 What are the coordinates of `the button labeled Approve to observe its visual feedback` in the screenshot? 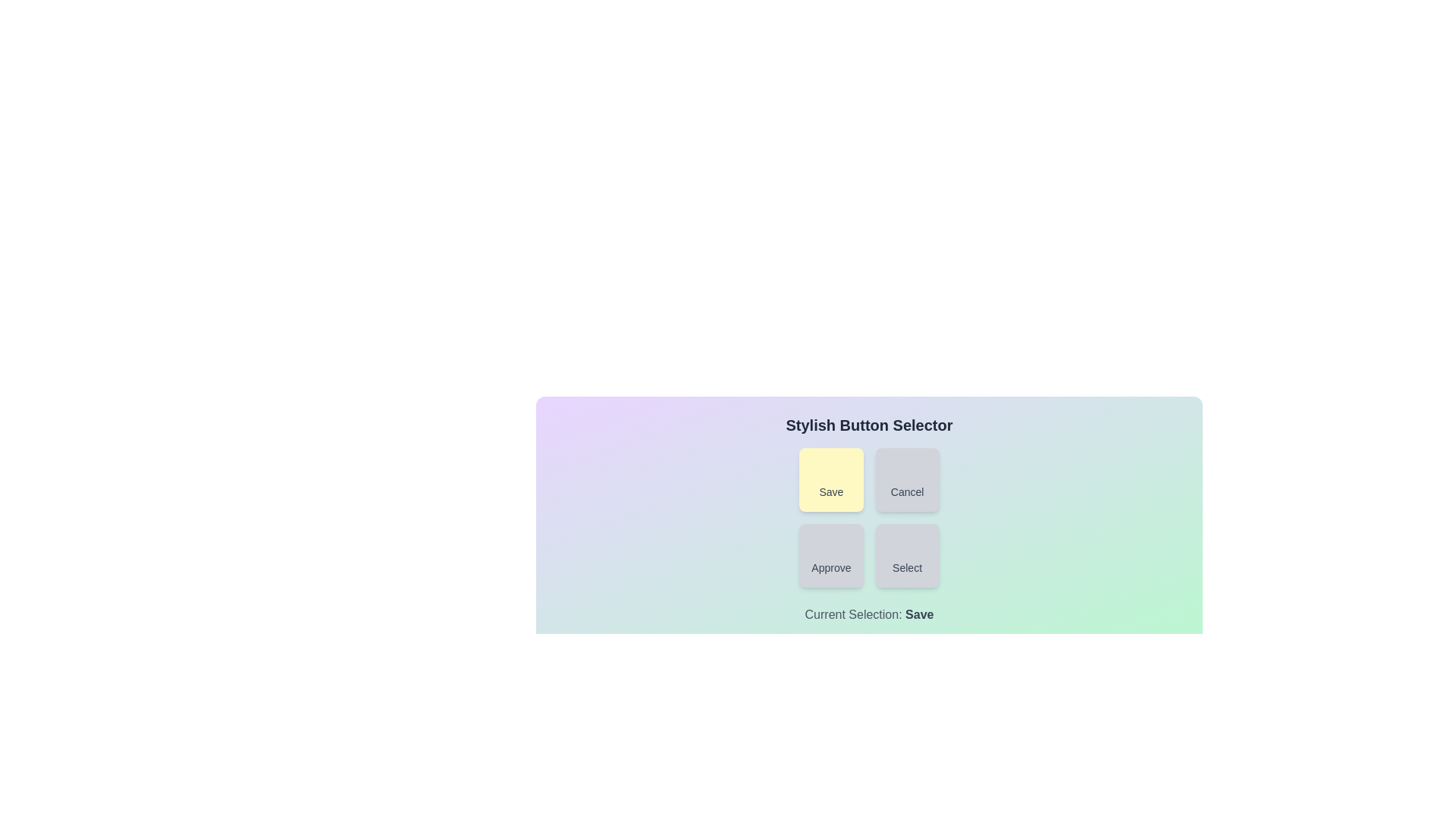 It's located at (830, 555).